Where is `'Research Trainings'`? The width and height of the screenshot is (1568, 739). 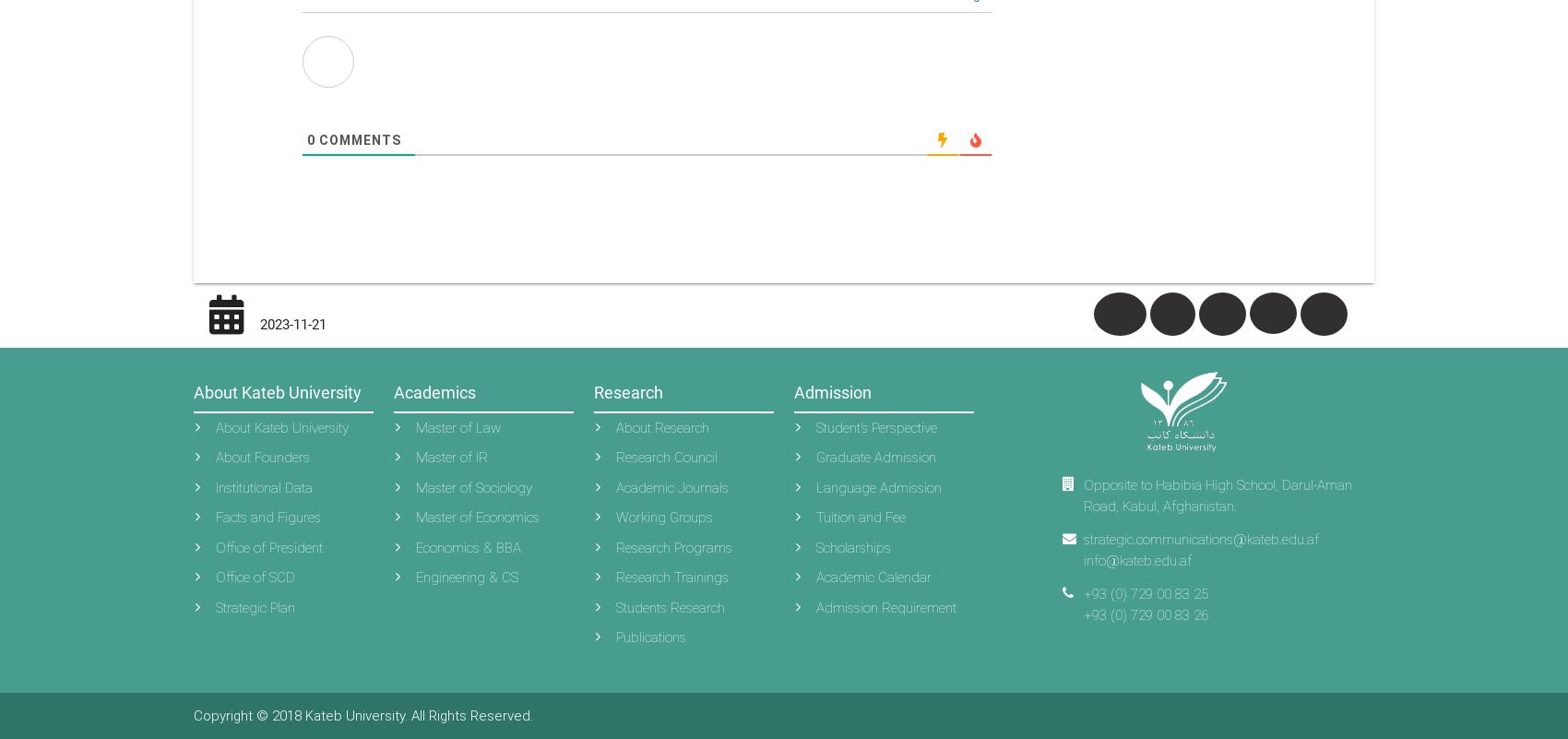 'Research Trainings' is located at coordinates (671, 576).